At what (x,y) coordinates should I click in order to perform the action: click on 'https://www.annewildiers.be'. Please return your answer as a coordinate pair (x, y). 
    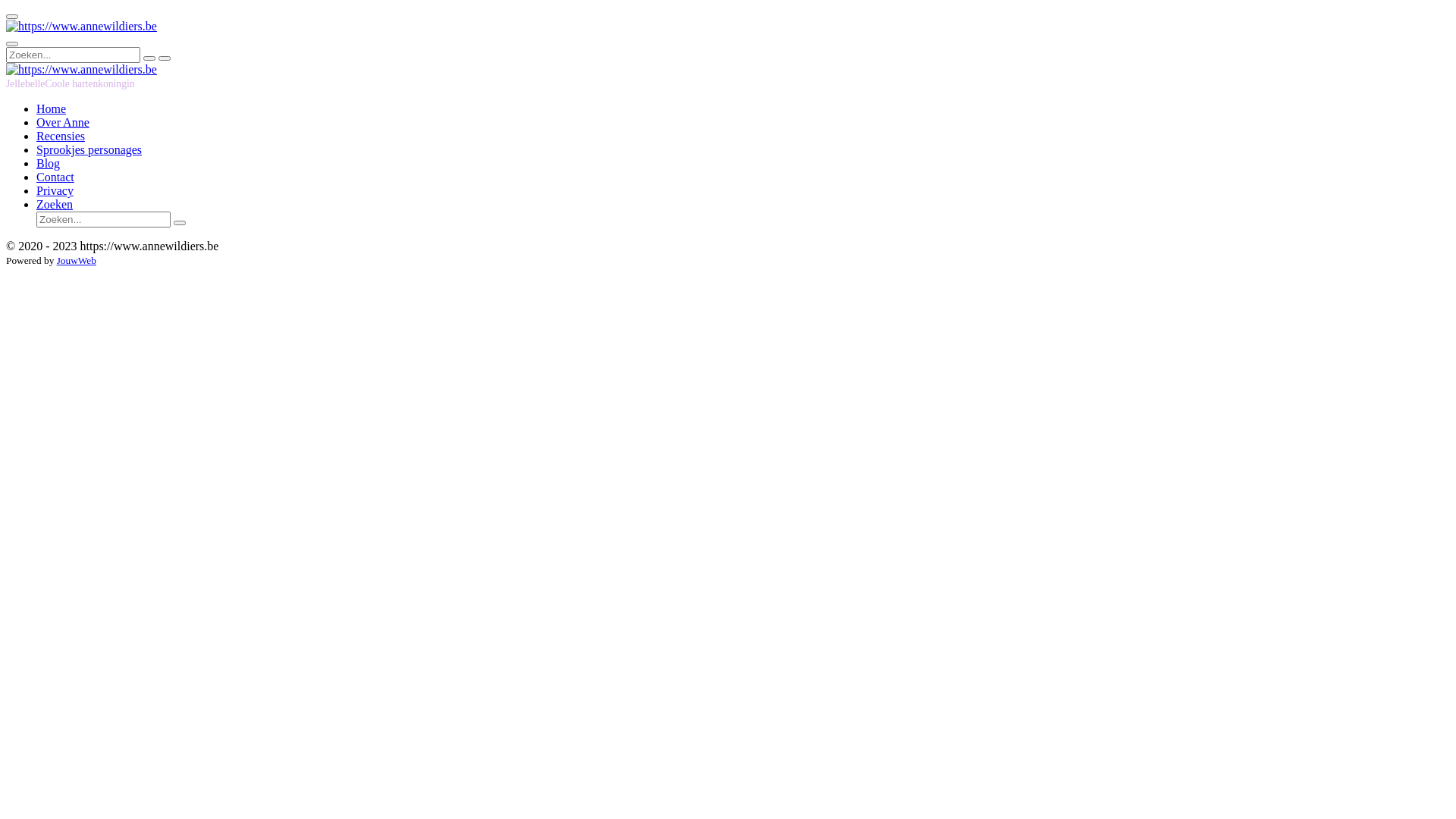
    Looking at the image, I should click on (80, 26).